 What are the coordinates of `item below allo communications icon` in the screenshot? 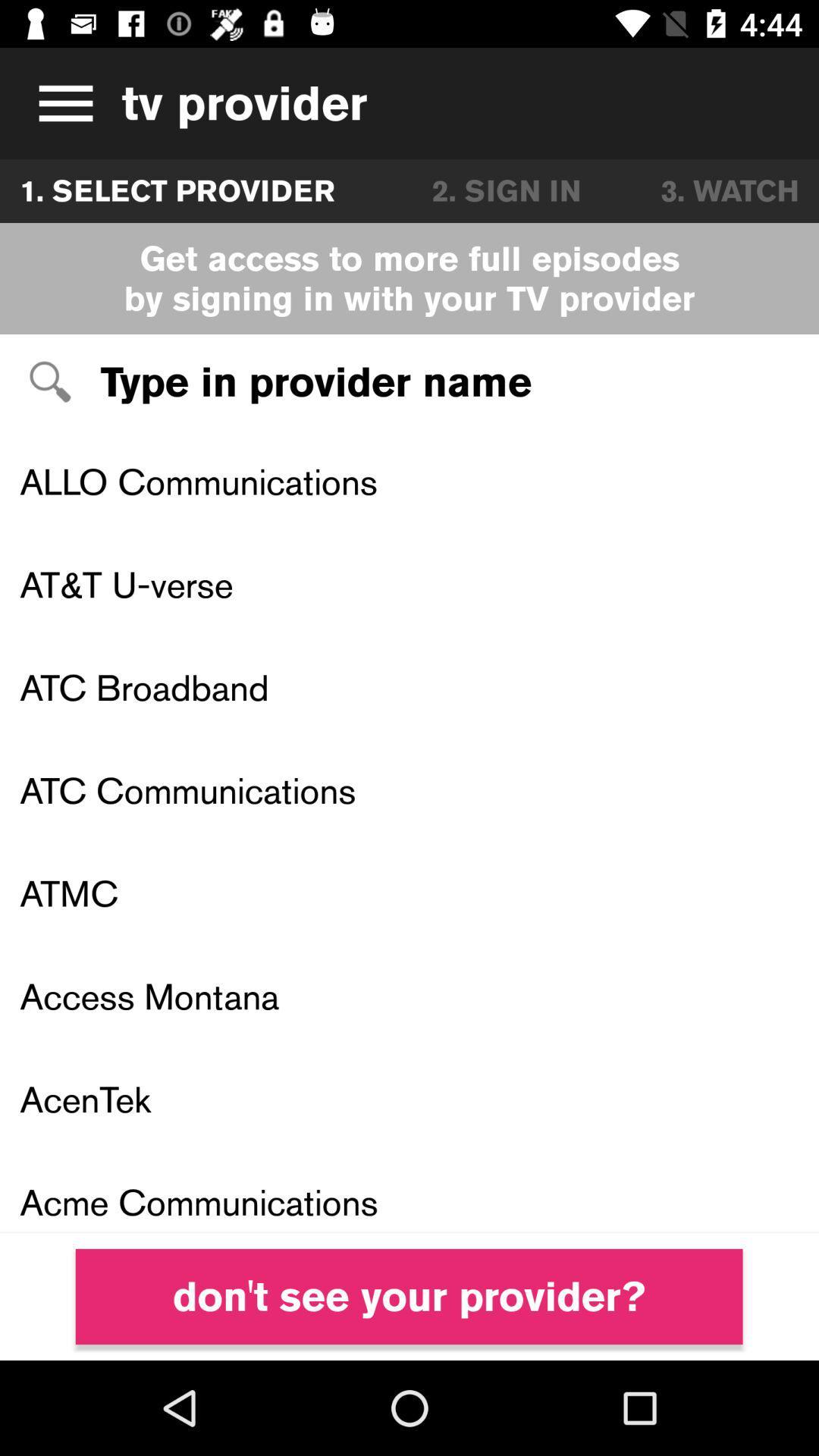 It's located at (409, 584).